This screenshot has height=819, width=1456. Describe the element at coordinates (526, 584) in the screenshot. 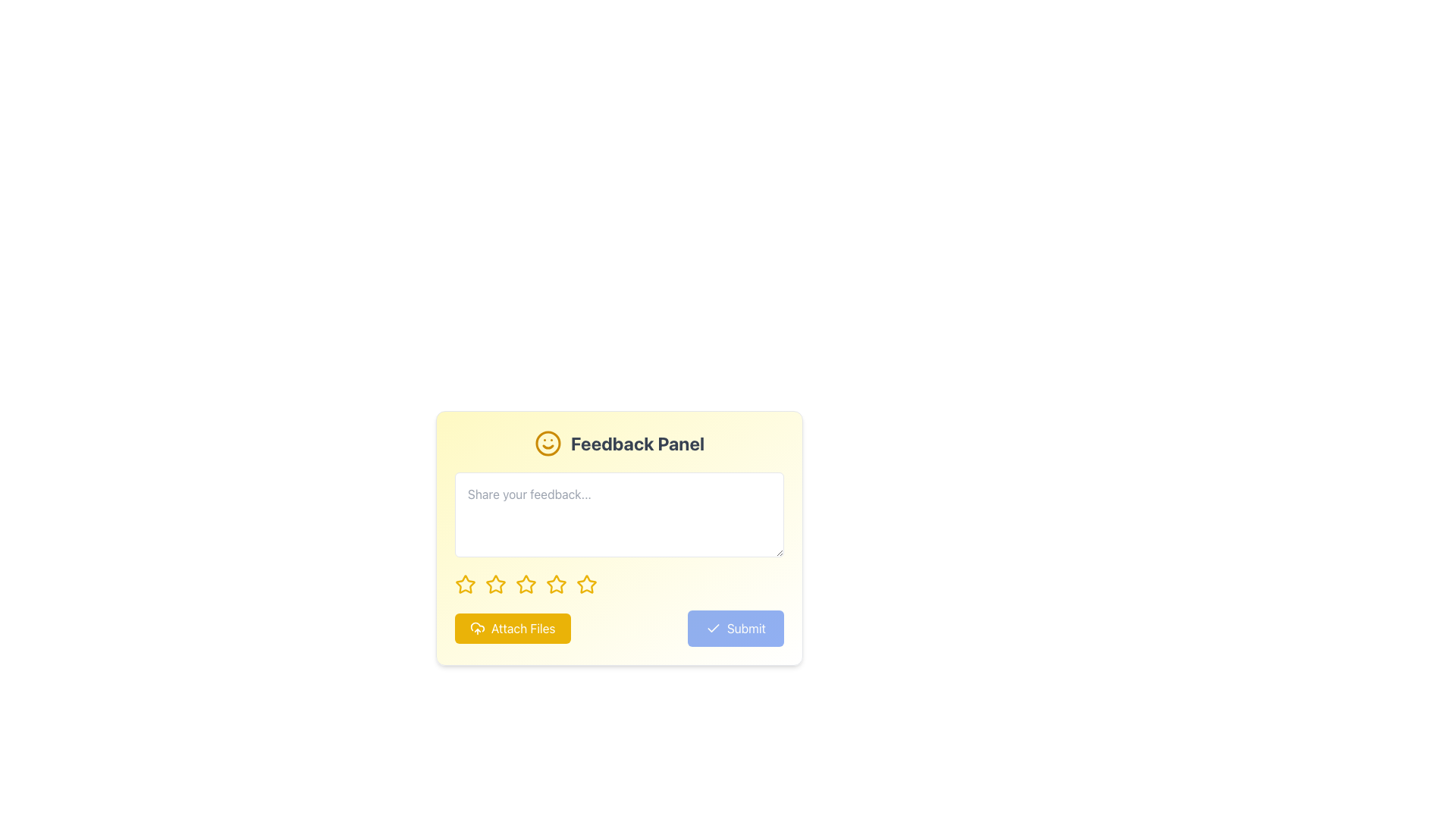

I see `the third star-shaped rating icon, outlined in yellow, located below the feedback text box` at that location.